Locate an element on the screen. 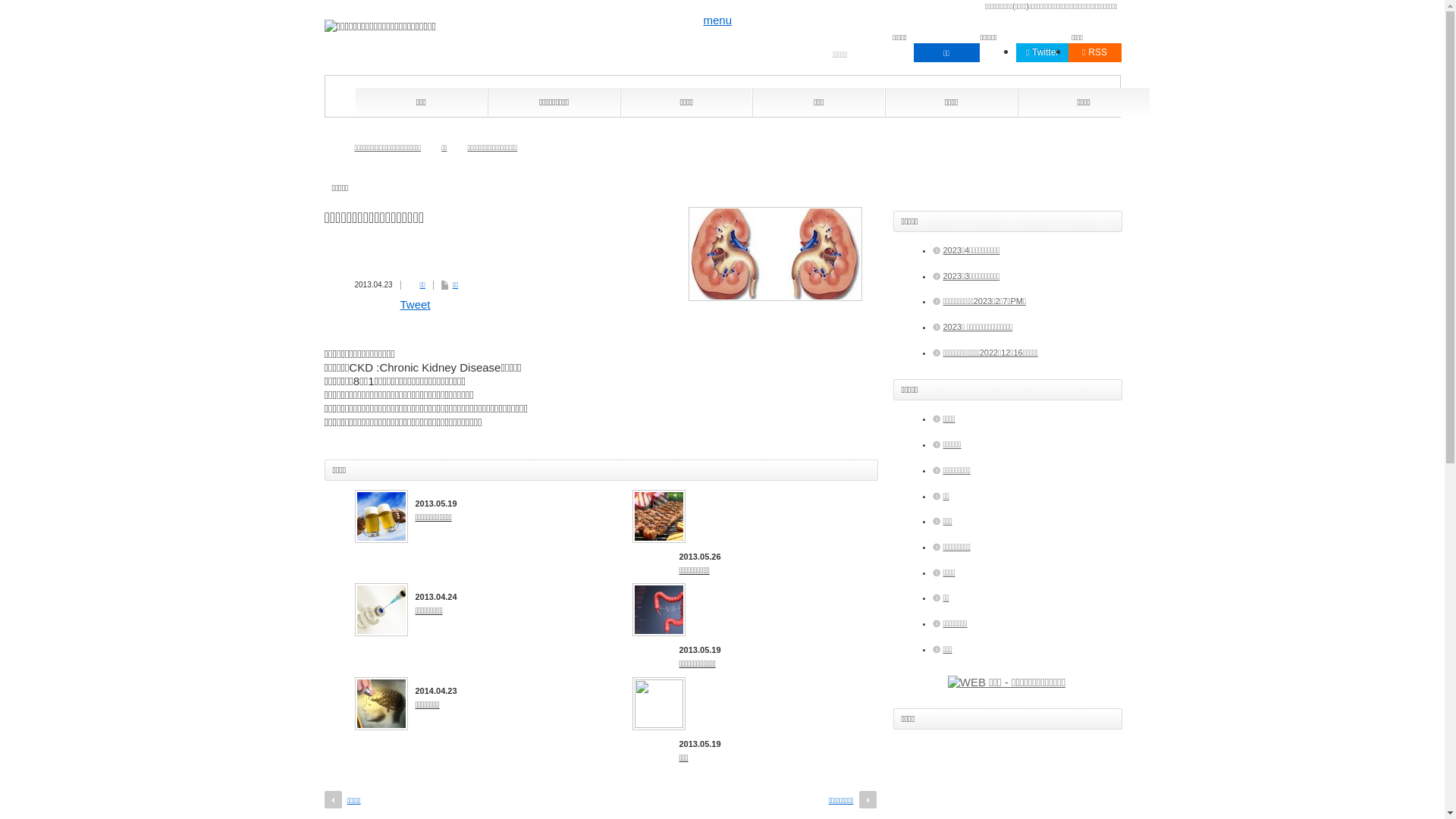 The width and height of the screenshot is (1456, 819). 'RSS' is located at coordinates (1094, 52).